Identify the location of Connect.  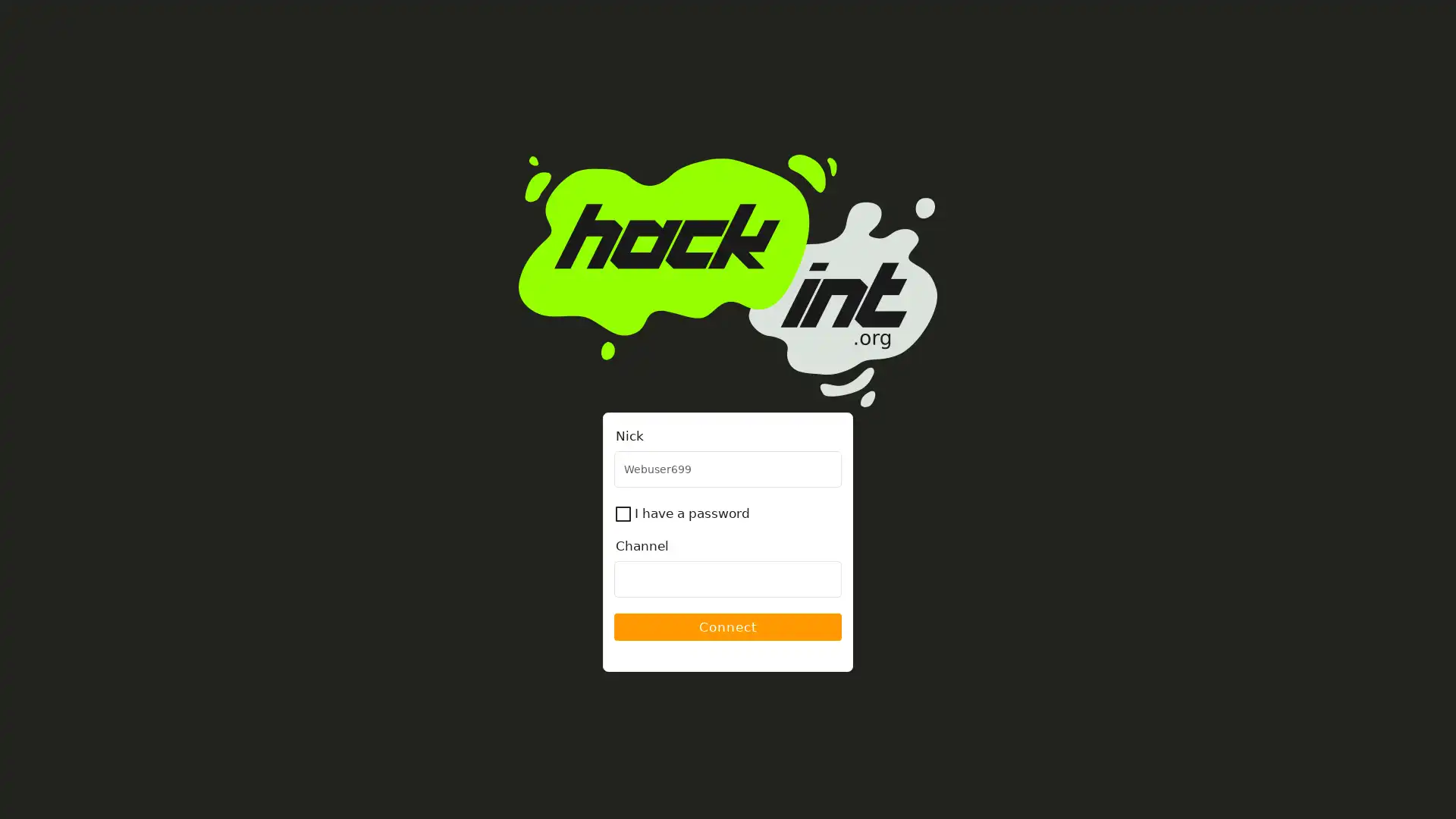
(728, 626).